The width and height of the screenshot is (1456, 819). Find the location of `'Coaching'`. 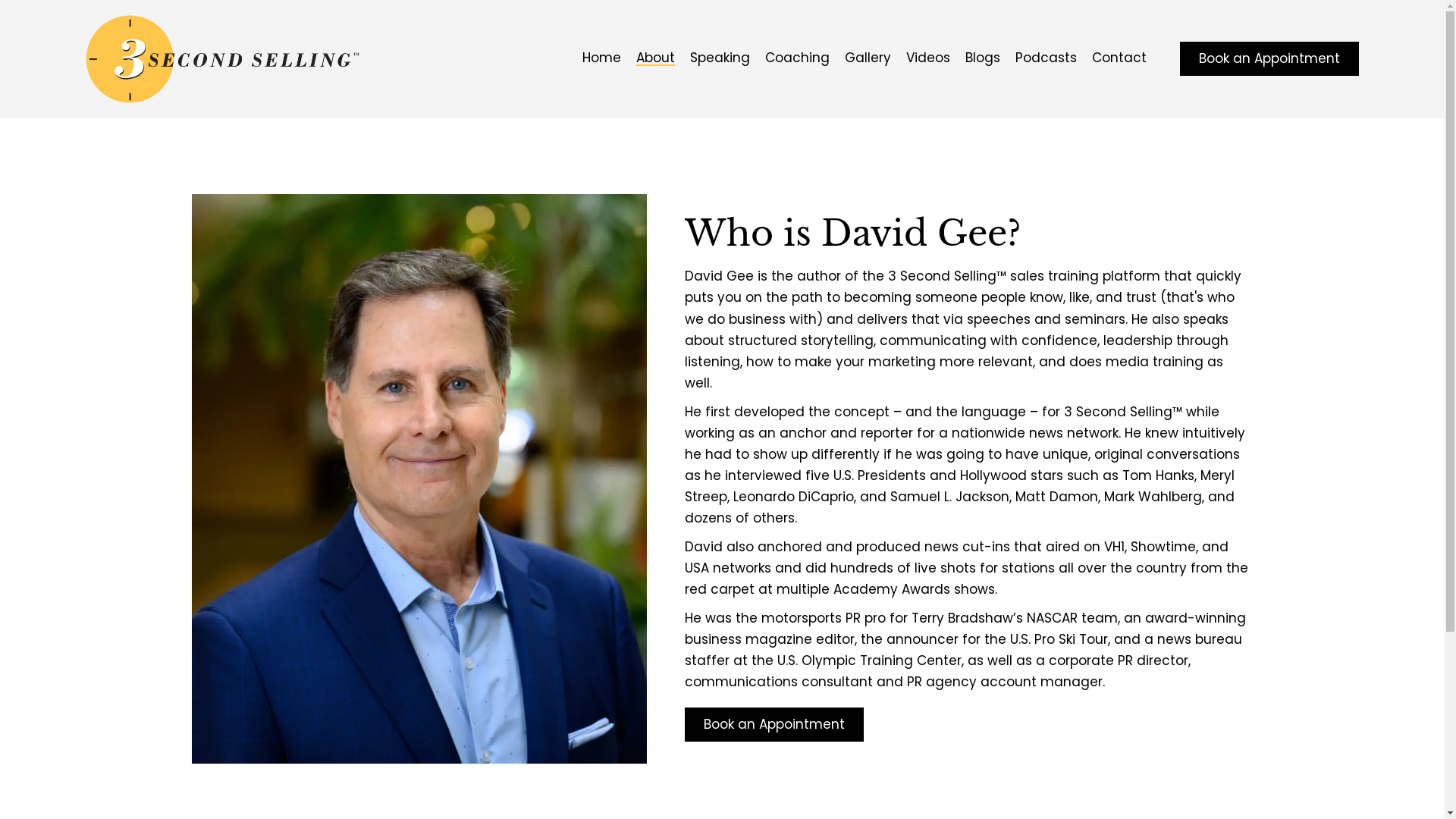

'Coaching' is located at coordinates (764, 58).